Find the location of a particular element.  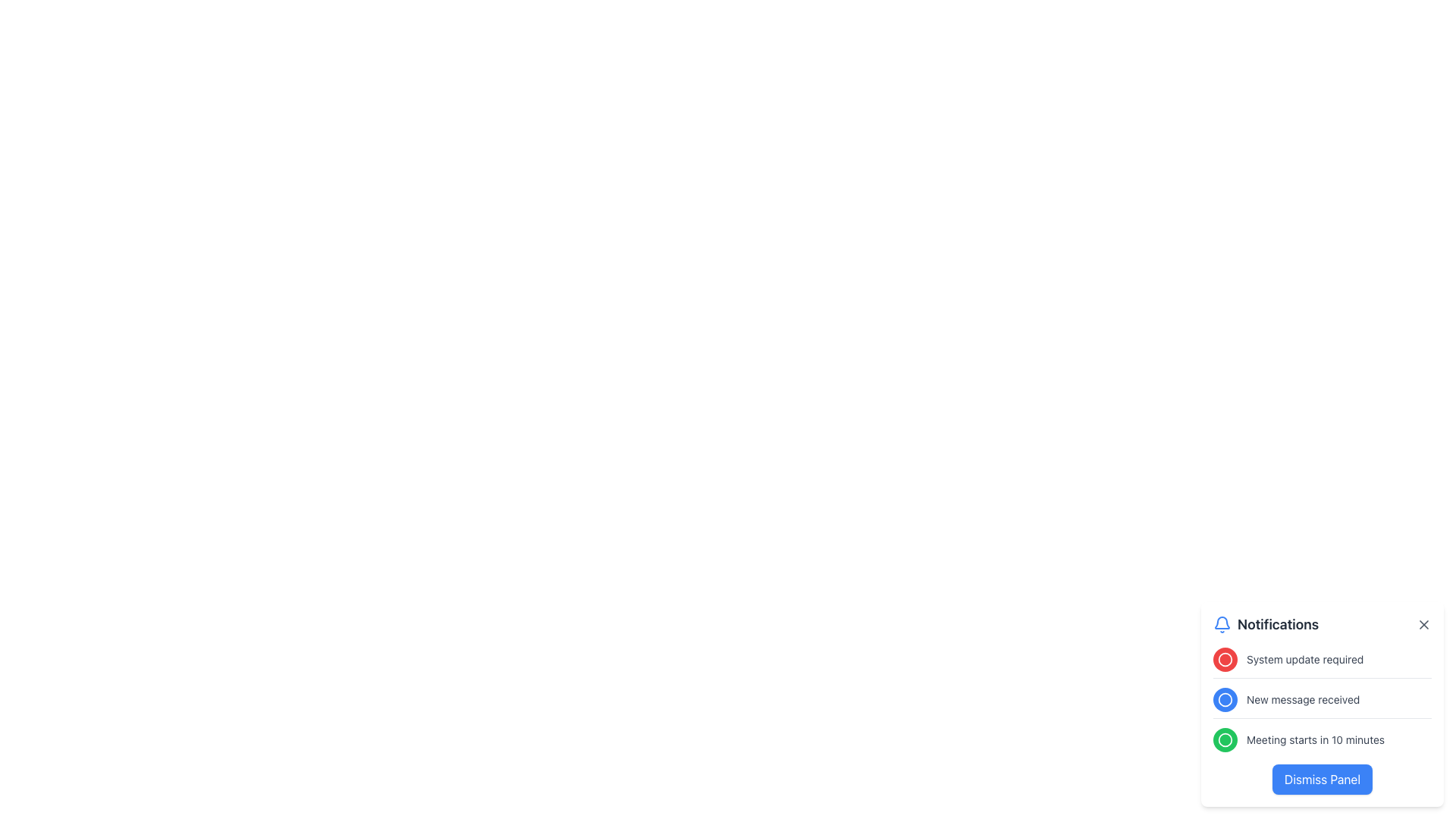

the bell-shaped icon with a blue outline in the header section is located at coordinates (1222, 625).